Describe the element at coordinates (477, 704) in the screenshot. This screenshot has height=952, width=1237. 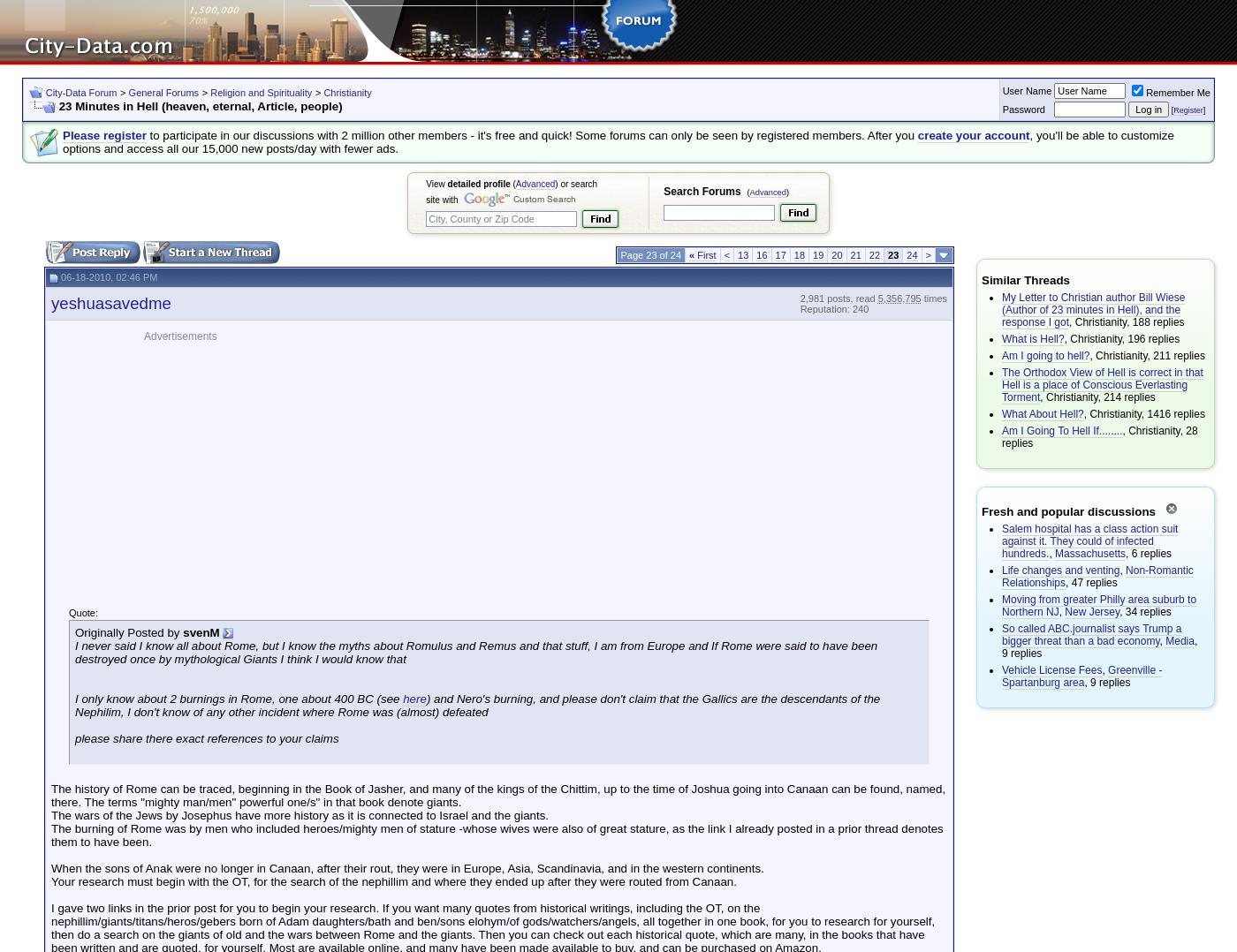
I see `') and Nero's burning, and please don't claim that the Gallics are the descendants of the Nephilim, I don't know of any other incident where Rome was (almost) defeated'` at that location.